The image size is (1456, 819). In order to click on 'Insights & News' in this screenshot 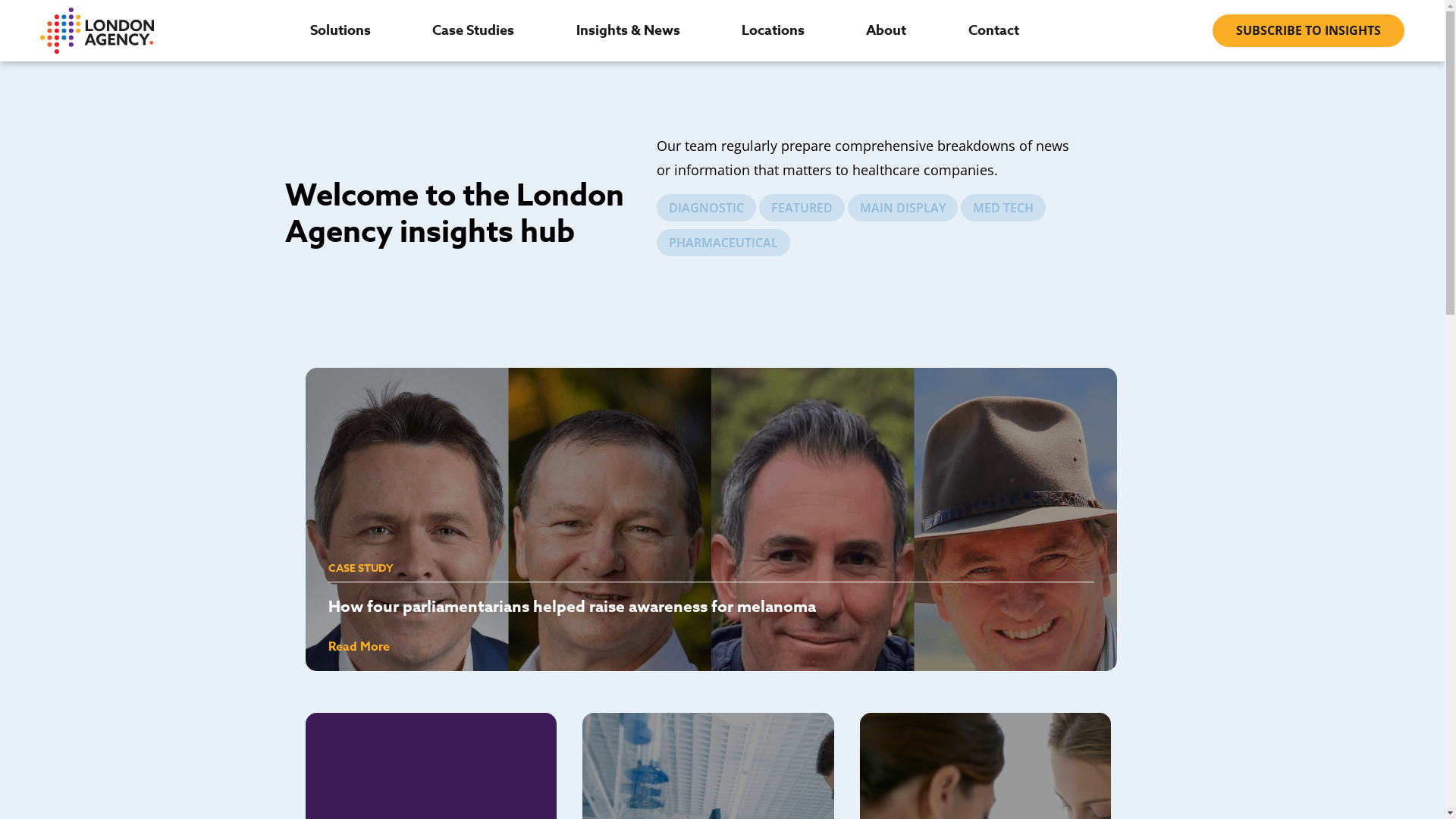, I will do `click(575, 30)`.